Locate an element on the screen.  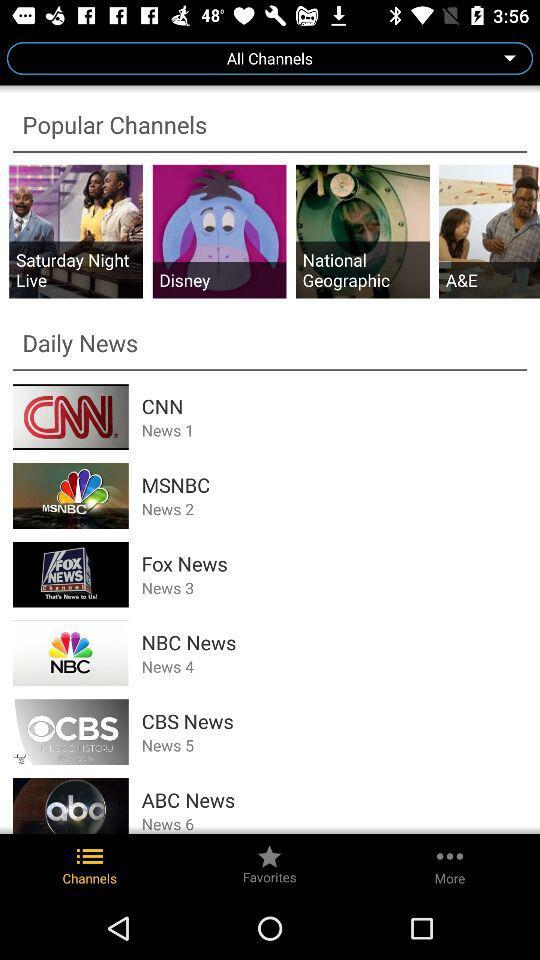
icon above   daily news item is located at coordinates (361, 268).